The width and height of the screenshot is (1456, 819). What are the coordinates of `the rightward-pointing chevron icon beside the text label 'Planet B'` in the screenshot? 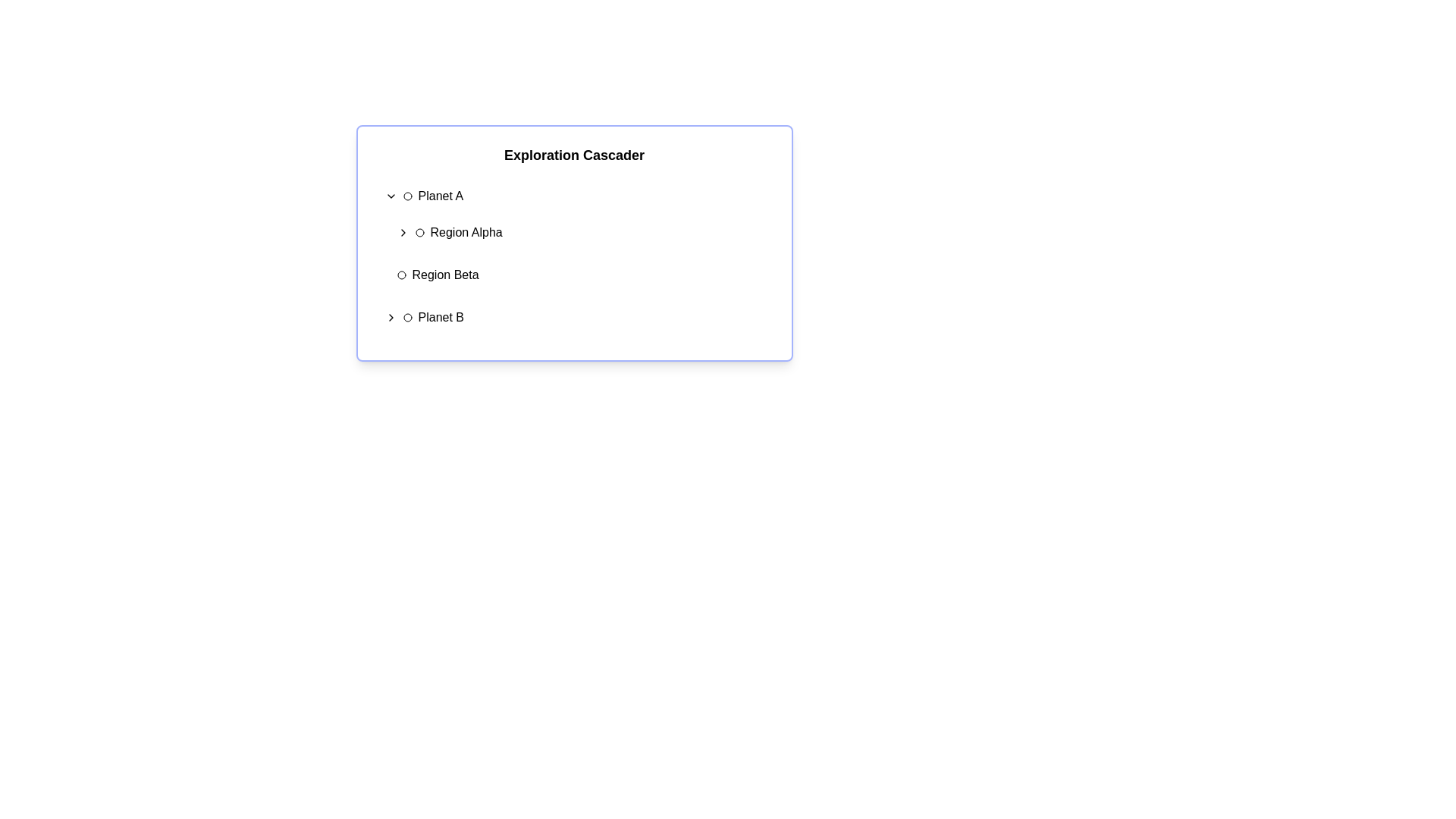 It's located at (391, 317).